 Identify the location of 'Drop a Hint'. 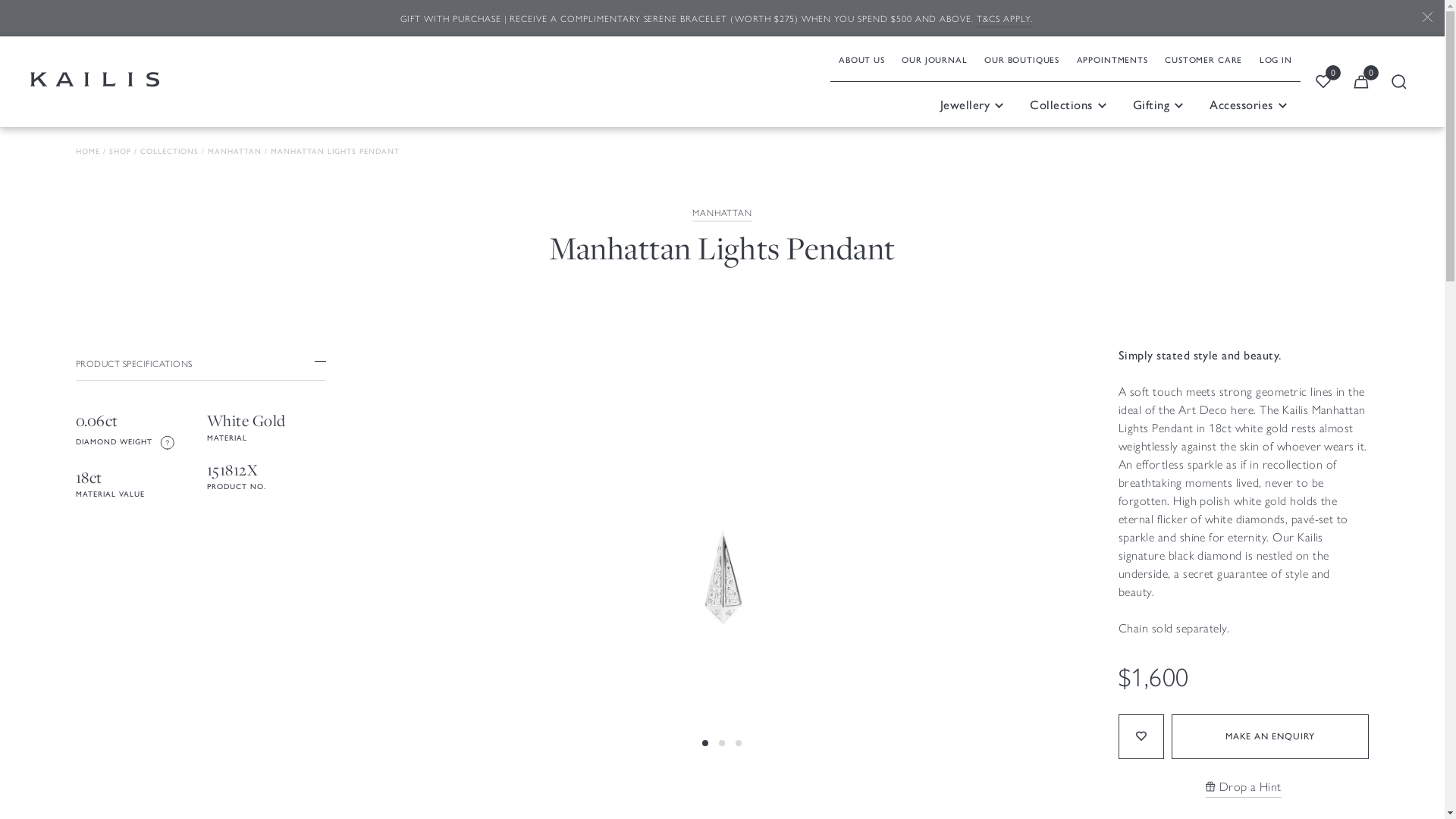
(1244, 786).